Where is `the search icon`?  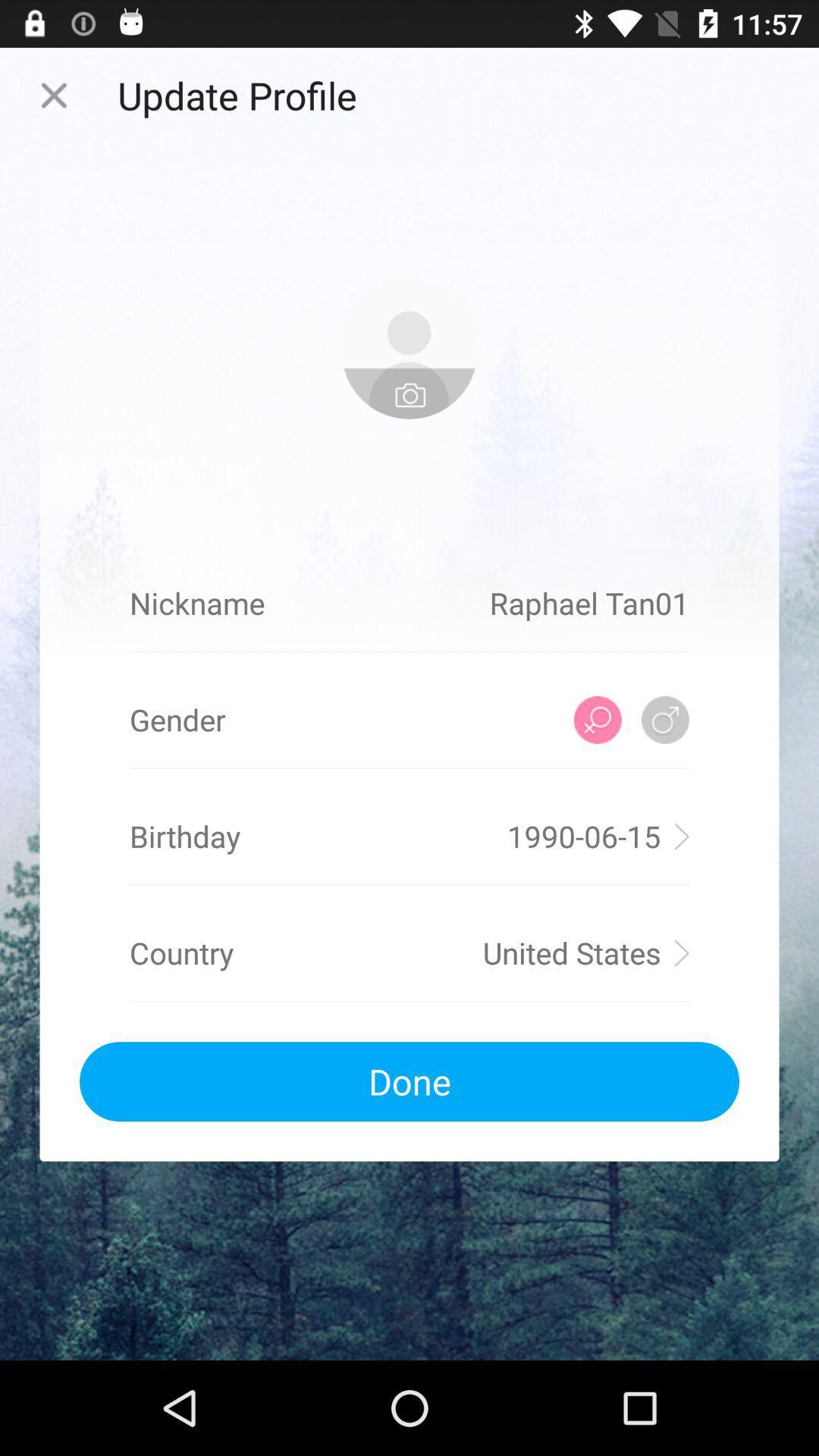 the search icon is located at coordinates (597, 770).